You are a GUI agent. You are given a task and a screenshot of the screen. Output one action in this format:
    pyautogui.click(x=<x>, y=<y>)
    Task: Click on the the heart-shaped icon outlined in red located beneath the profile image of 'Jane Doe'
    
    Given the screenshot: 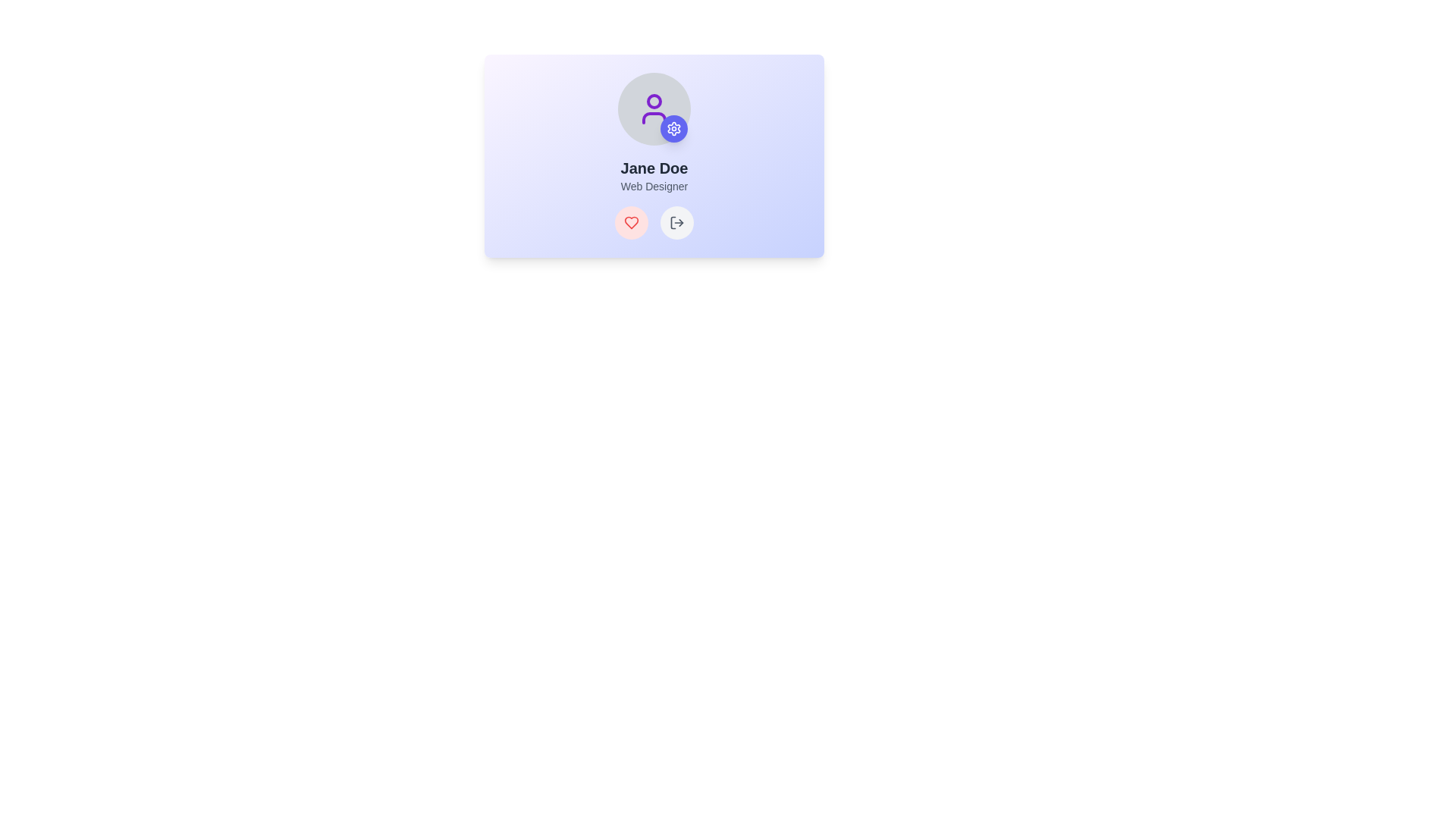 What is the action you would take?
    pyautogui.click(x=632, y=222)
    